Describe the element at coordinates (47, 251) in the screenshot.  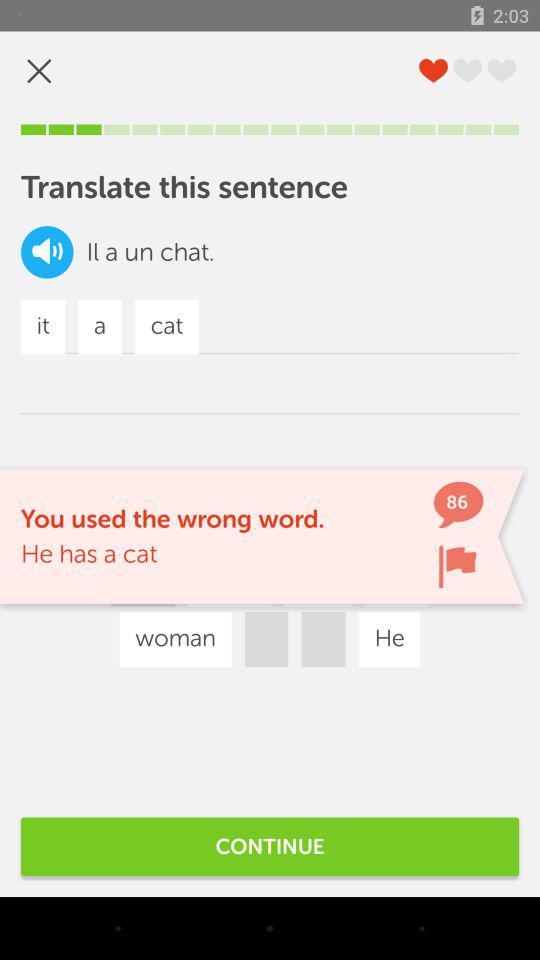
I see `the volume icon` at that location.